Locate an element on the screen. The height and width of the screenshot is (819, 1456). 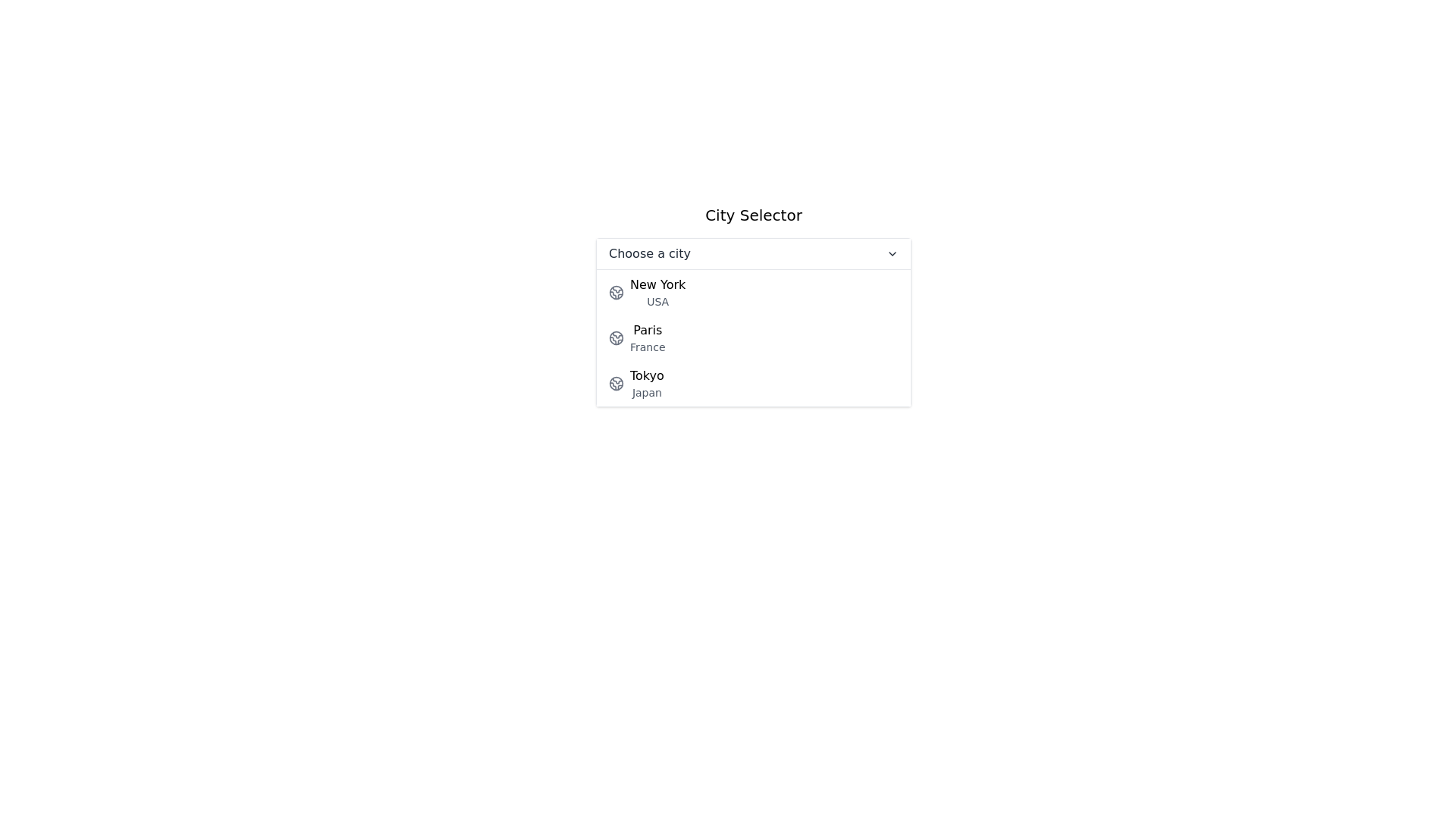
the small SVG chevron-down icon located to the right of the text 'Choose a city' is located at coordinates (892, 253).